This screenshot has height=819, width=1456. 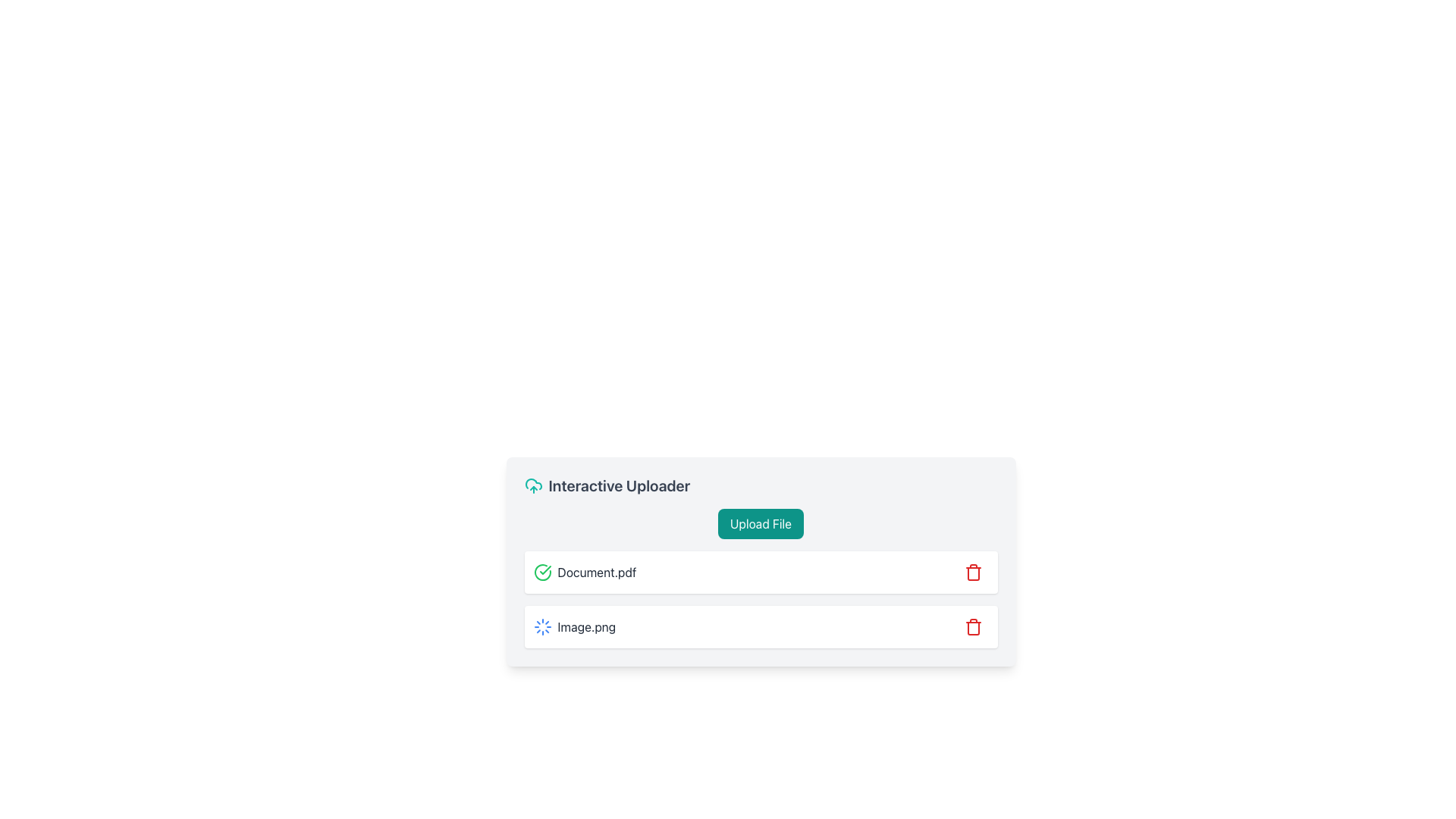 What do you see at coordinates (761, 626) in the screenshot?
I see `the spinning loader icon for the file 'Image.png' status updates, which is located within a compound UI component that includes a label and a deletion button` at bounding box center [761, 626].